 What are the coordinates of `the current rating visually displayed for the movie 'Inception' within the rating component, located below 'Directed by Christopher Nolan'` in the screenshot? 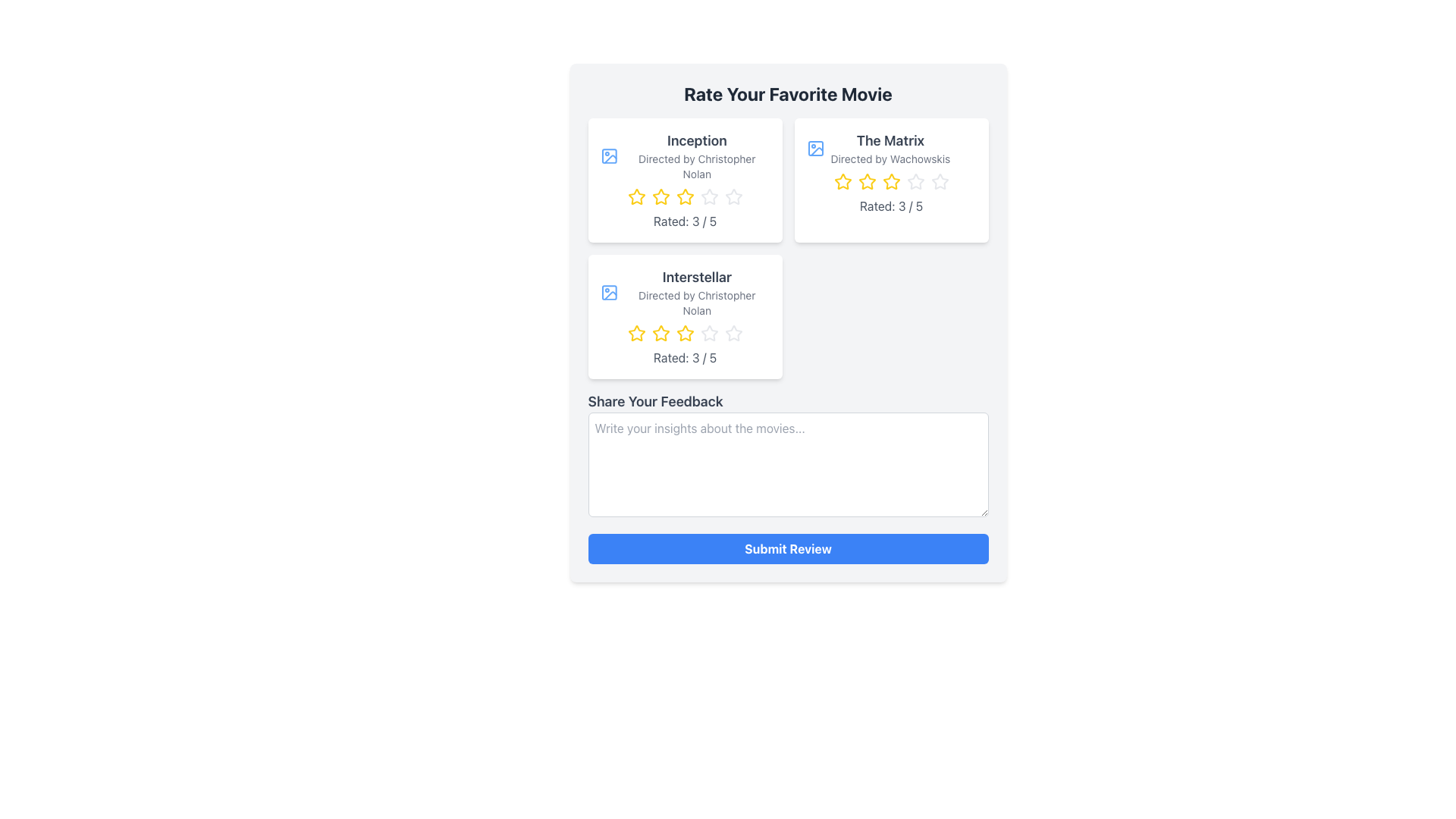 It's located at (684, 196).